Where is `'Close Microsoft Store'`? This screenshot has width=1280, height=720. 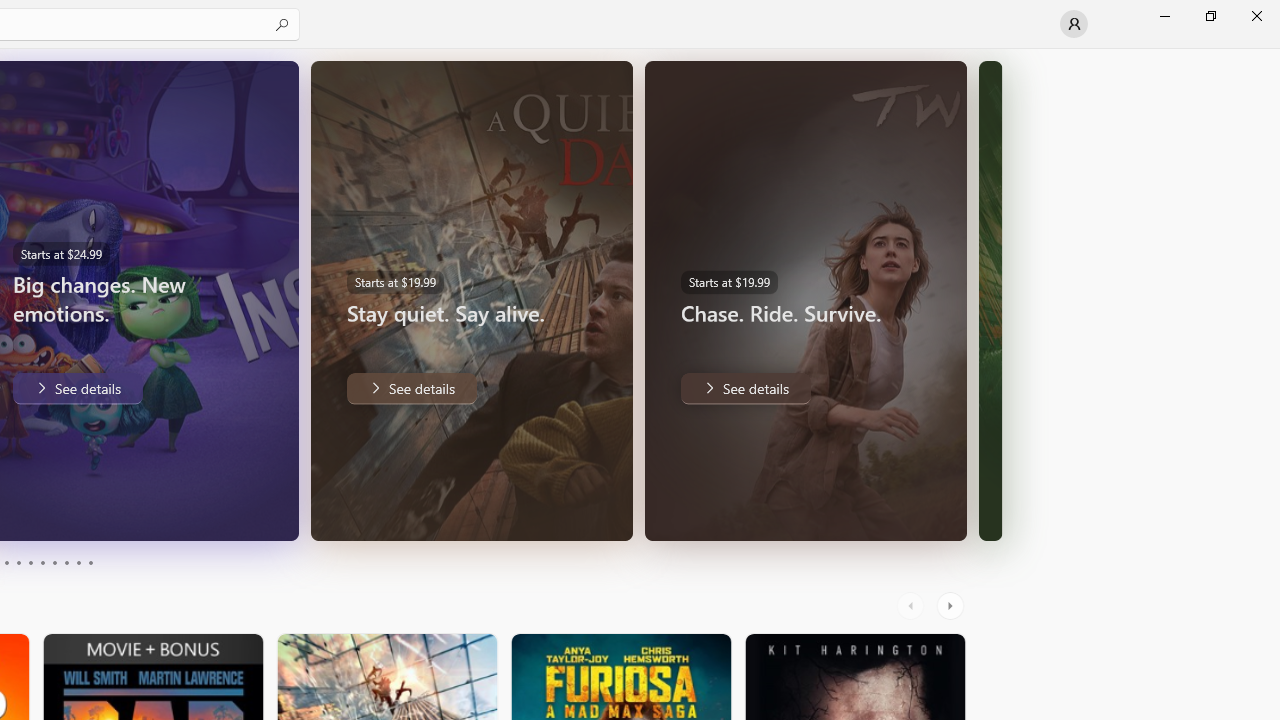
'Close Microsoft Store' is located at coordinates (1255, 15).